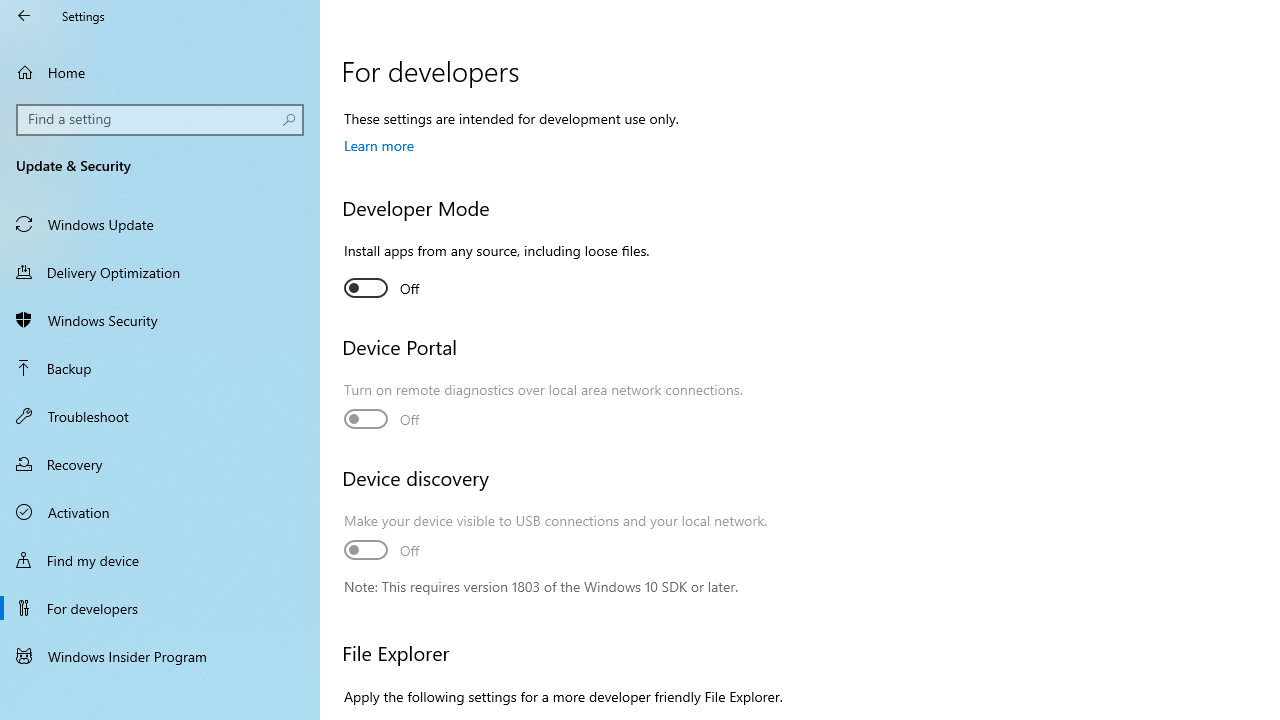 This screenshot has height=720, width=1280. Describe the element at coordinates (160, 271) in the screenshot. I see `'Delivery Optimization'` at that location.